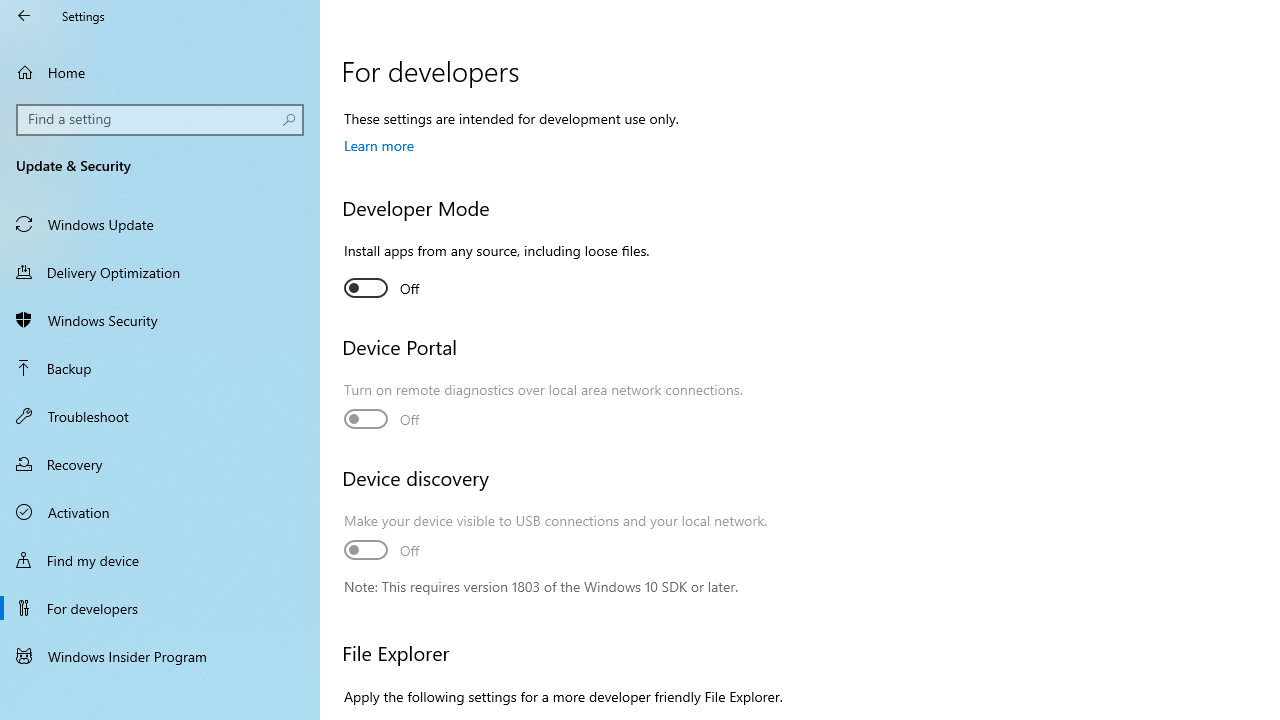 This screenshot has height=720, width=1280. Describe the element at coordinates (160, 271) in the screenshot. I see `'Delivery Optimization'` at that location.